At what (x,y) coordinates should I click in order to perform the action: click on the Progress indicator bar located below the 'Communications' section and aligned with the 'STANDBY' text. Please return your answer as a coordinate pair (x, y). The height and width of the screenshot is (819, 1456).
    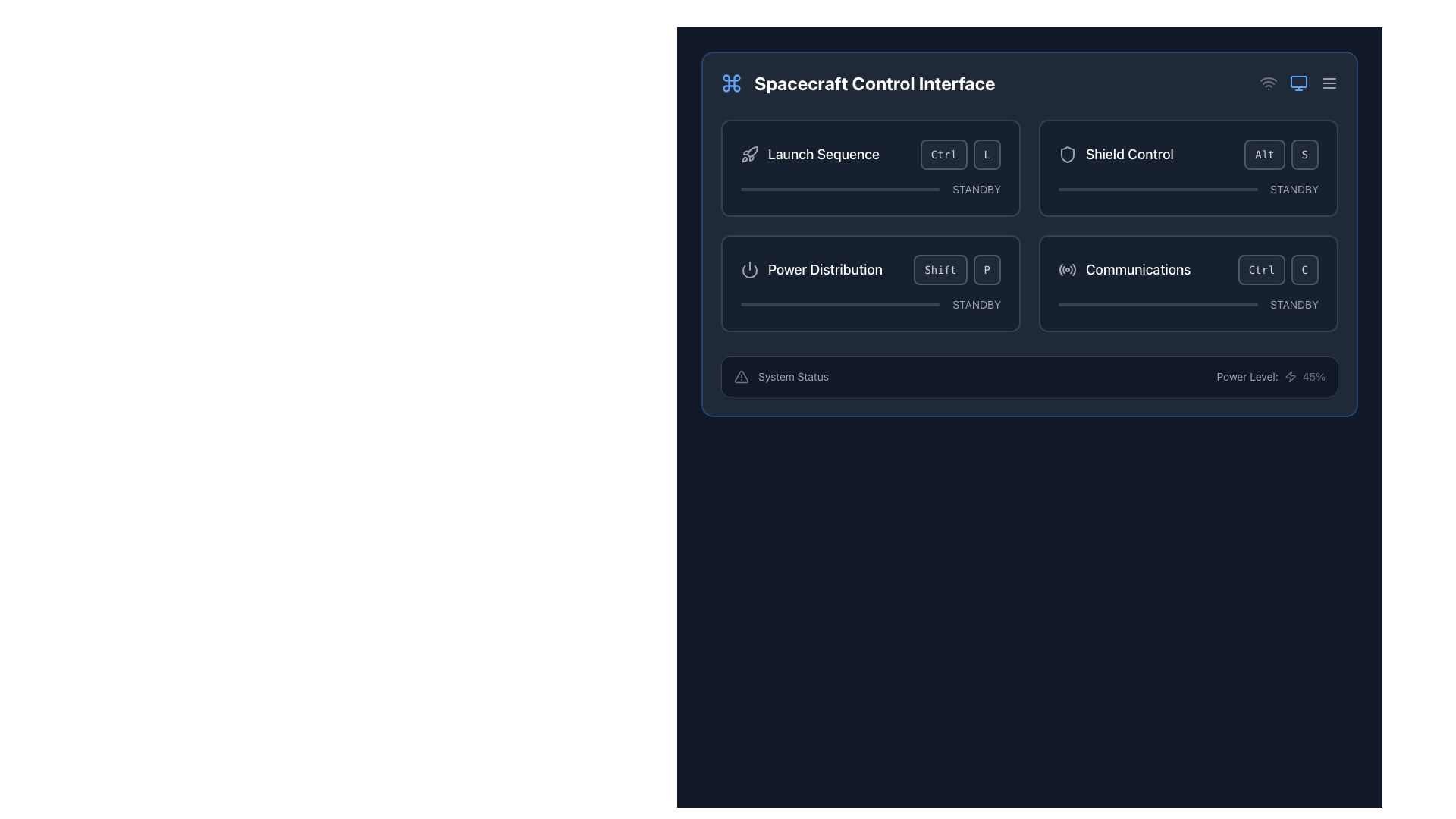
    Looking at the image, I should click on (1157, 304).